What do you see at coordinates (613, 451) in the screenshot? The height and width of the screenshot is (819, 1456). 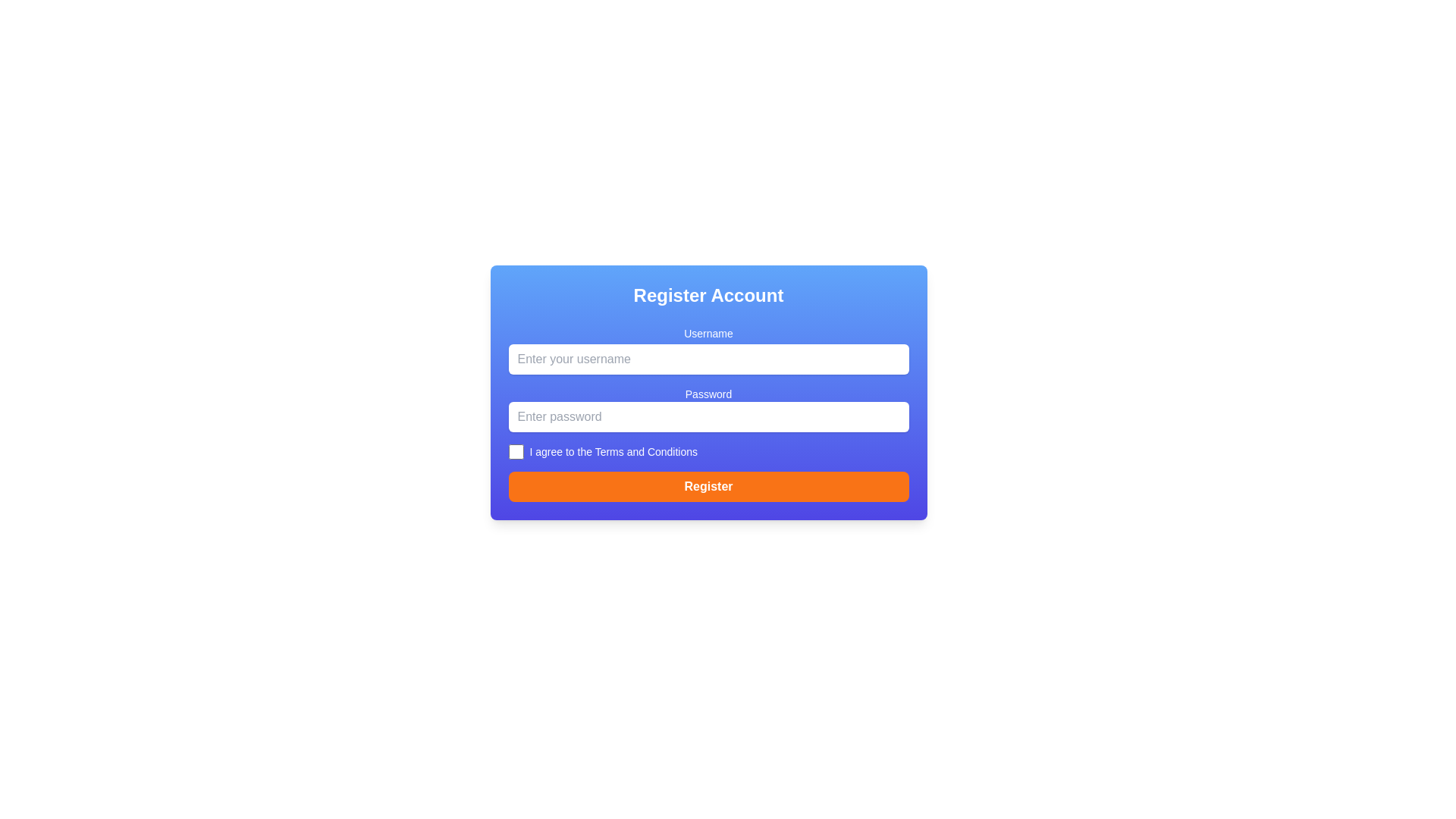 I see `text label that displays 'I agree to the Terms and Conditions', located below the password input field and above the 'Register' button` at bounding box center [613, 451].